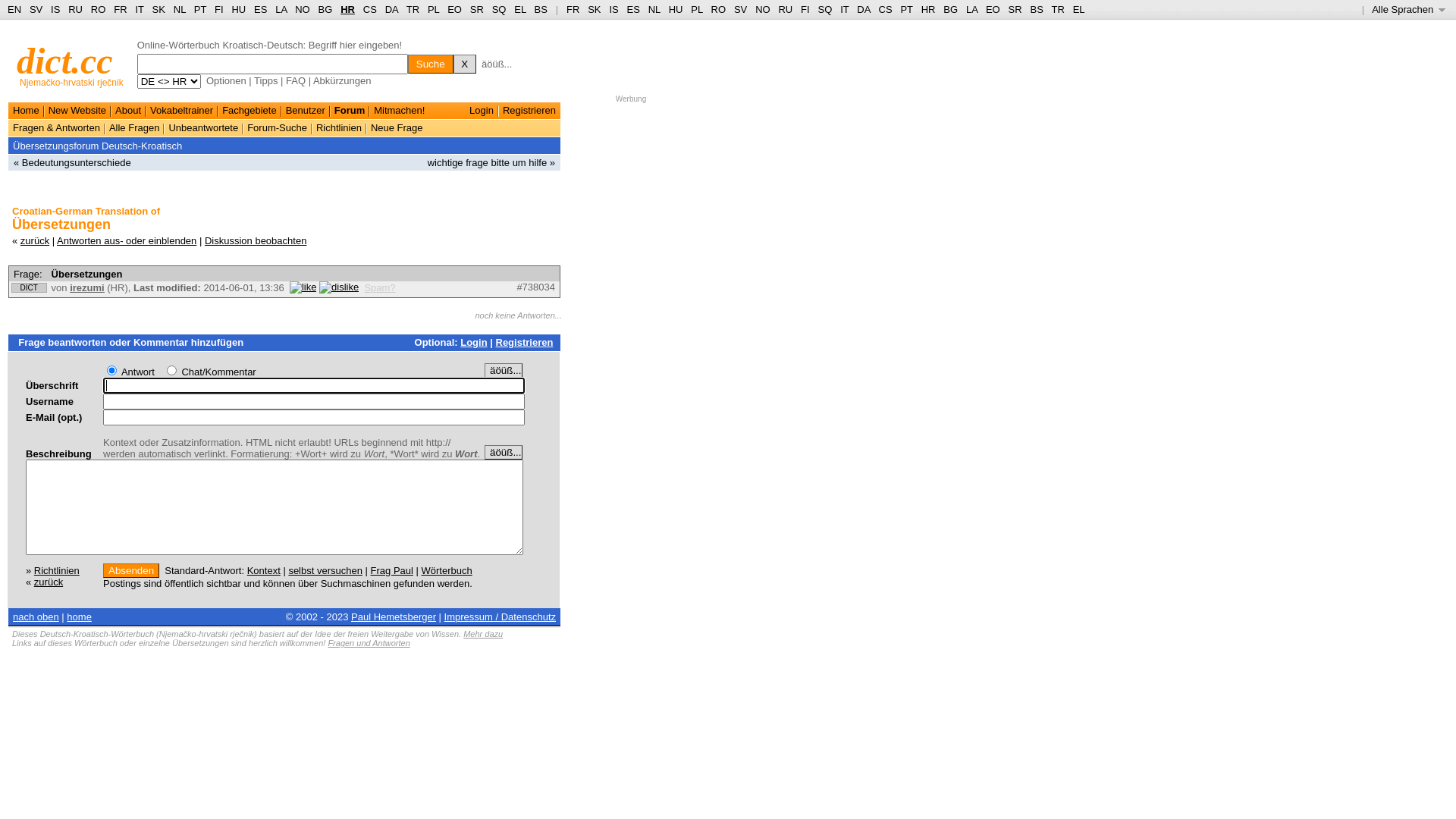  What do you see at coordinates (1050, 9) in the screenshot?
I see `'TR'` at bounding box center [1050, 9].